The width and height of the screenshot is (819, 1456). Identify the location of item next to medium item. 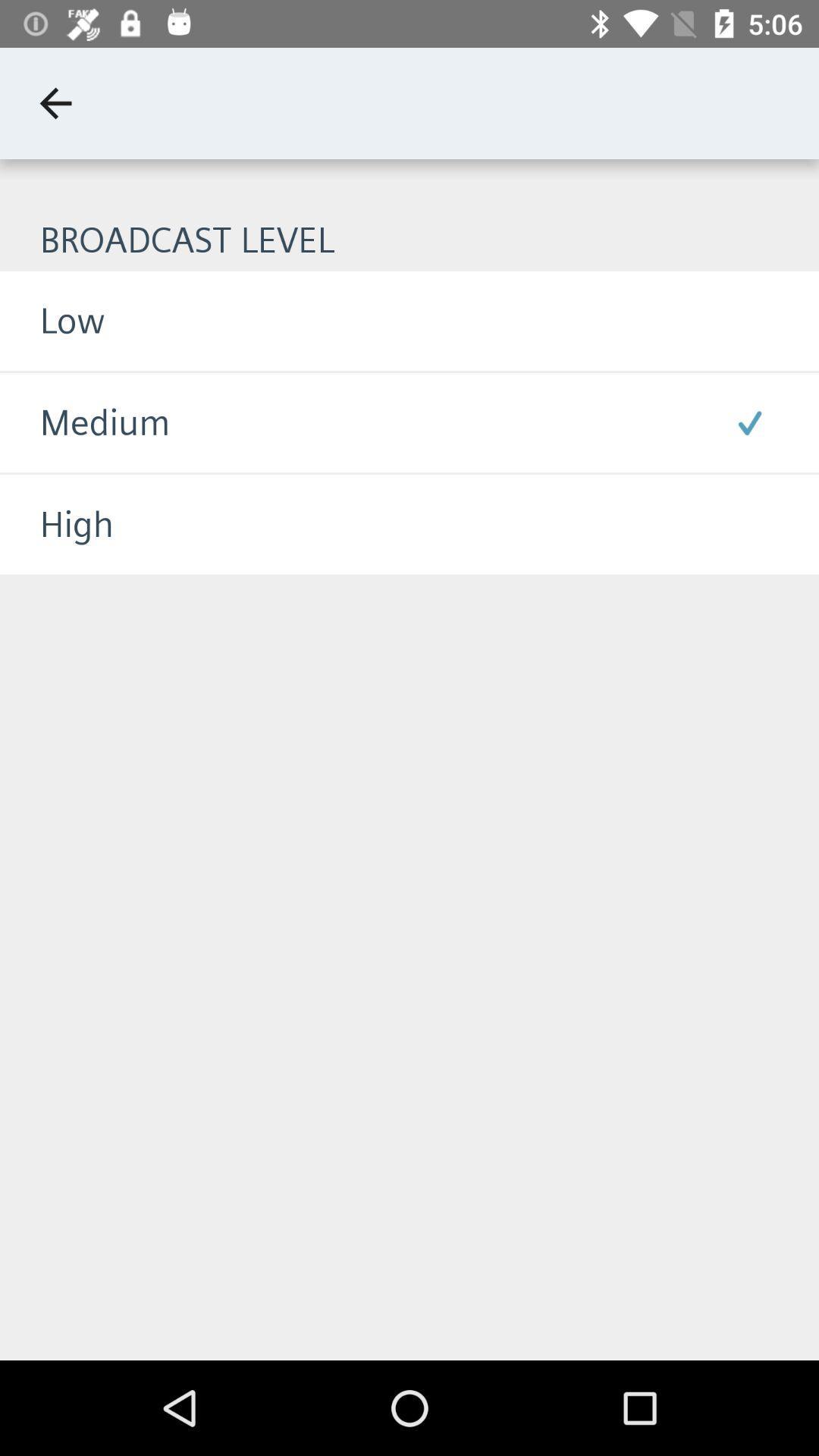
(748, 422).